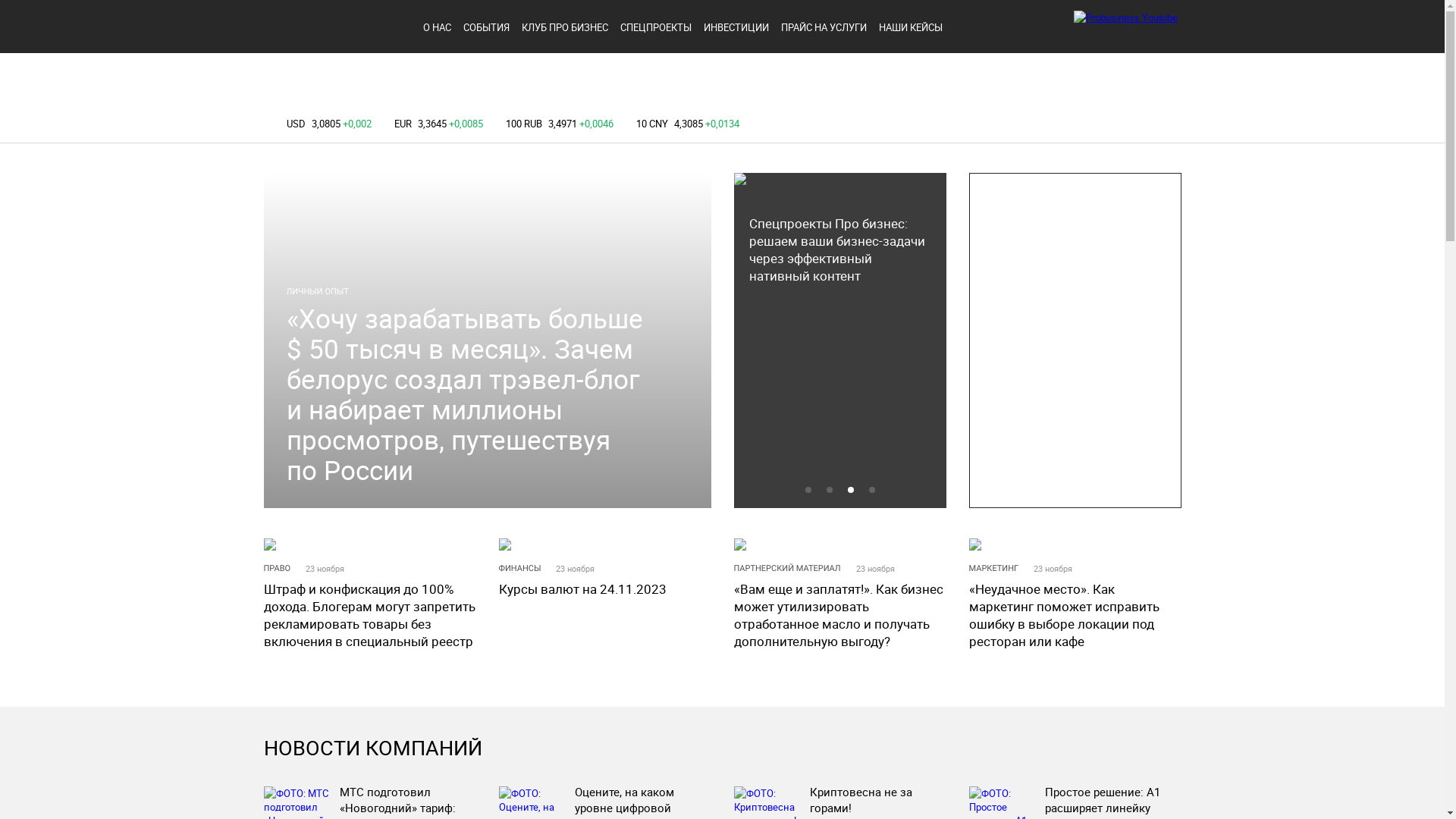 Image resolution: width=1456 pixels, height=819 pixels. What do you see at coordinates (1125, 17) in the screenshot?
I see `'Probusiness Youtube'` at bounding box center [1125, 17].